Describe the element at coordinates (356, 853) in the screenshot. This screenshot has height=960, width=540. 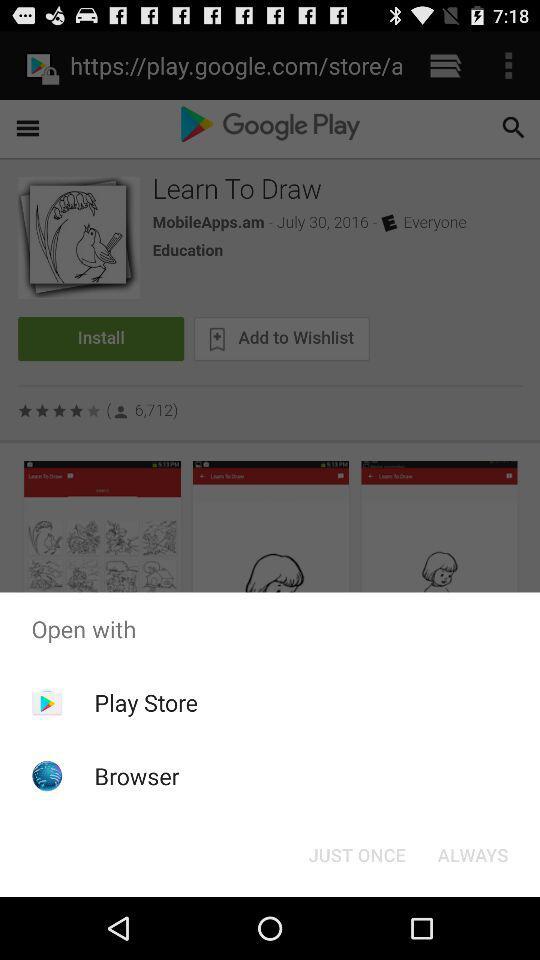
I see `item to the left of always button` at that location.